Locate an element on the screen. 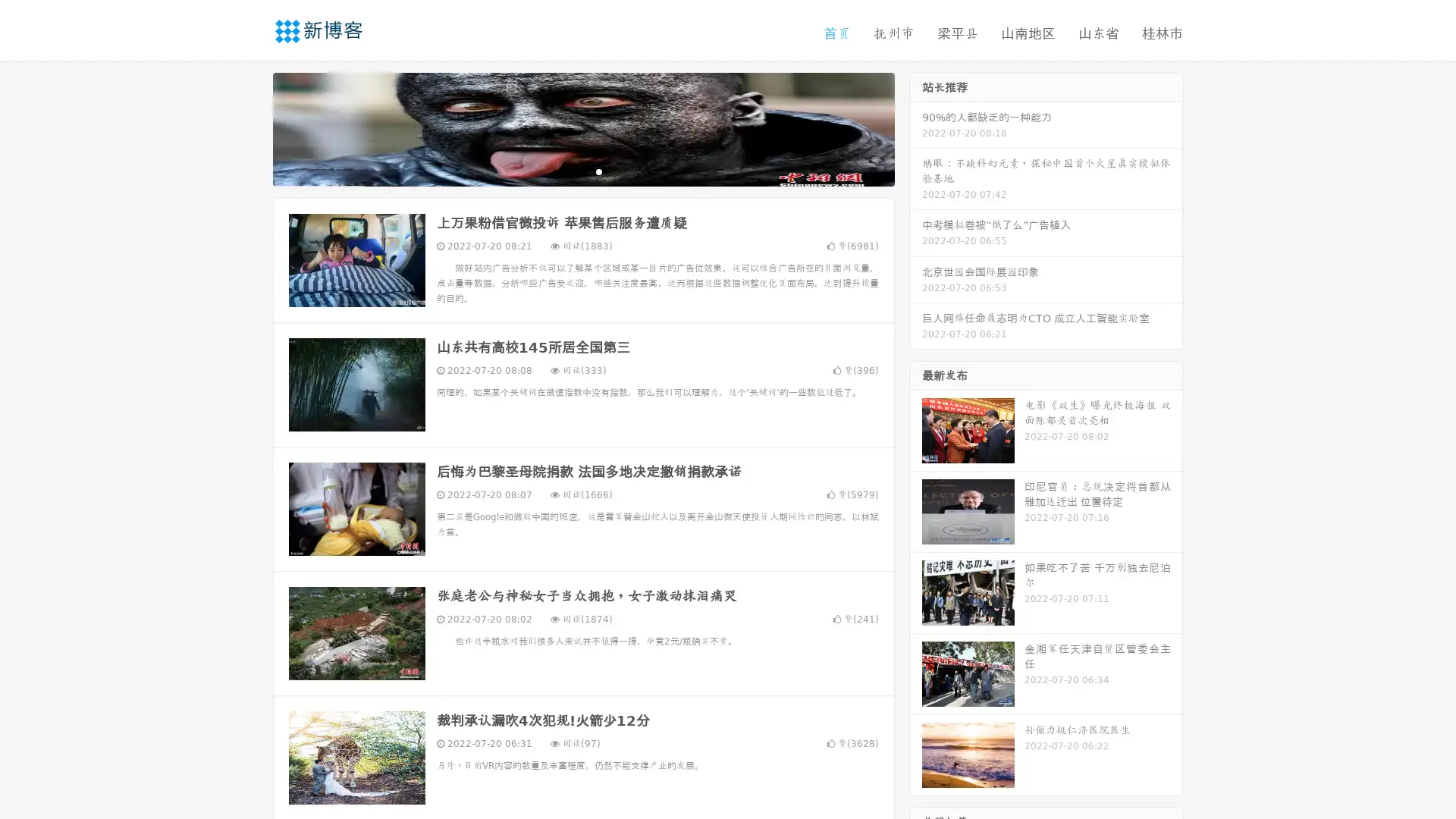  Go to slide 2 is located at coordinates (582, 171).